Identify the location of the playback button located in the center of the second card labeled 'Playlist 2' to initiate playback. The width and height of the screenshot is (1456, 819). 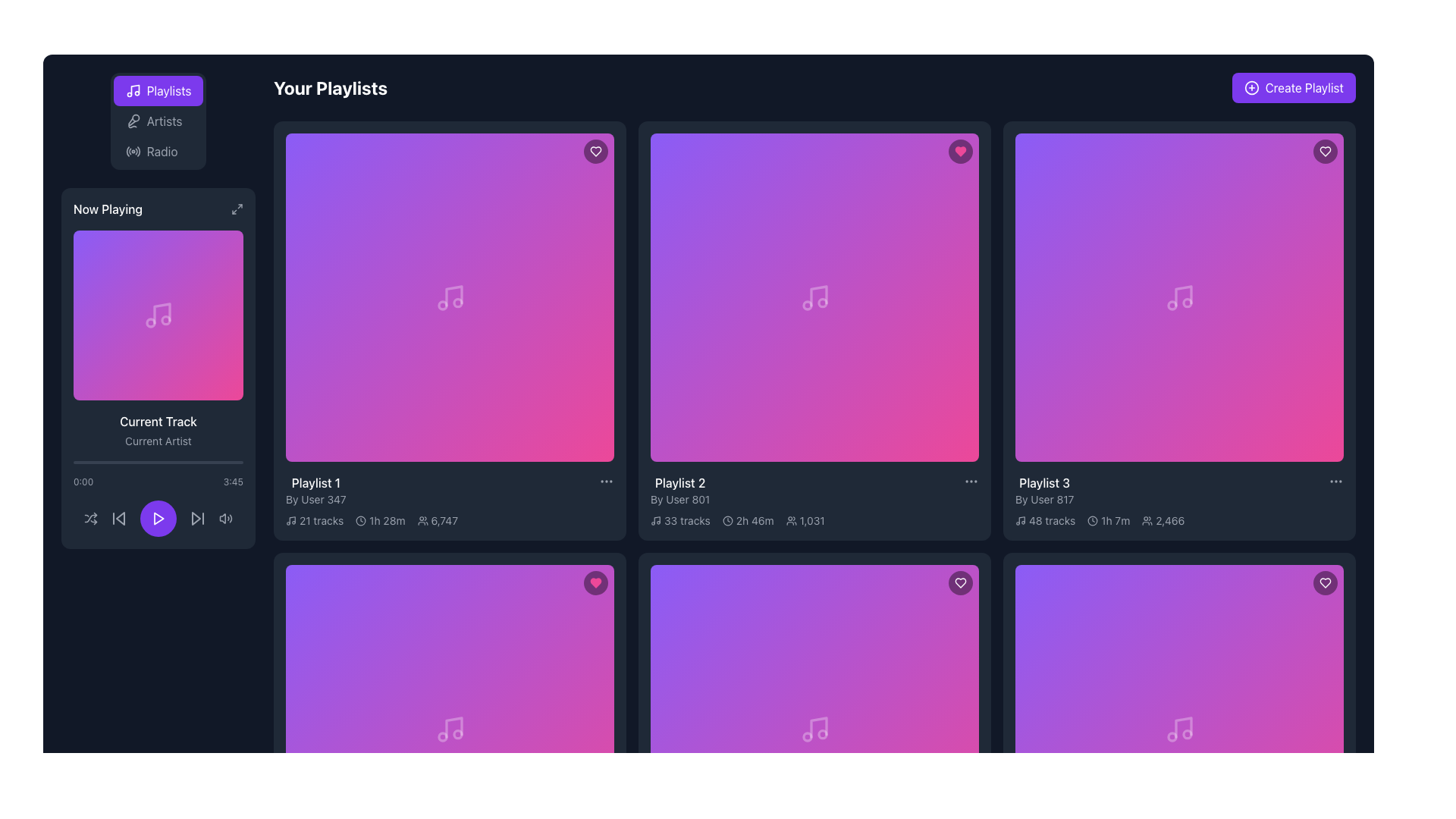
(814, 297).